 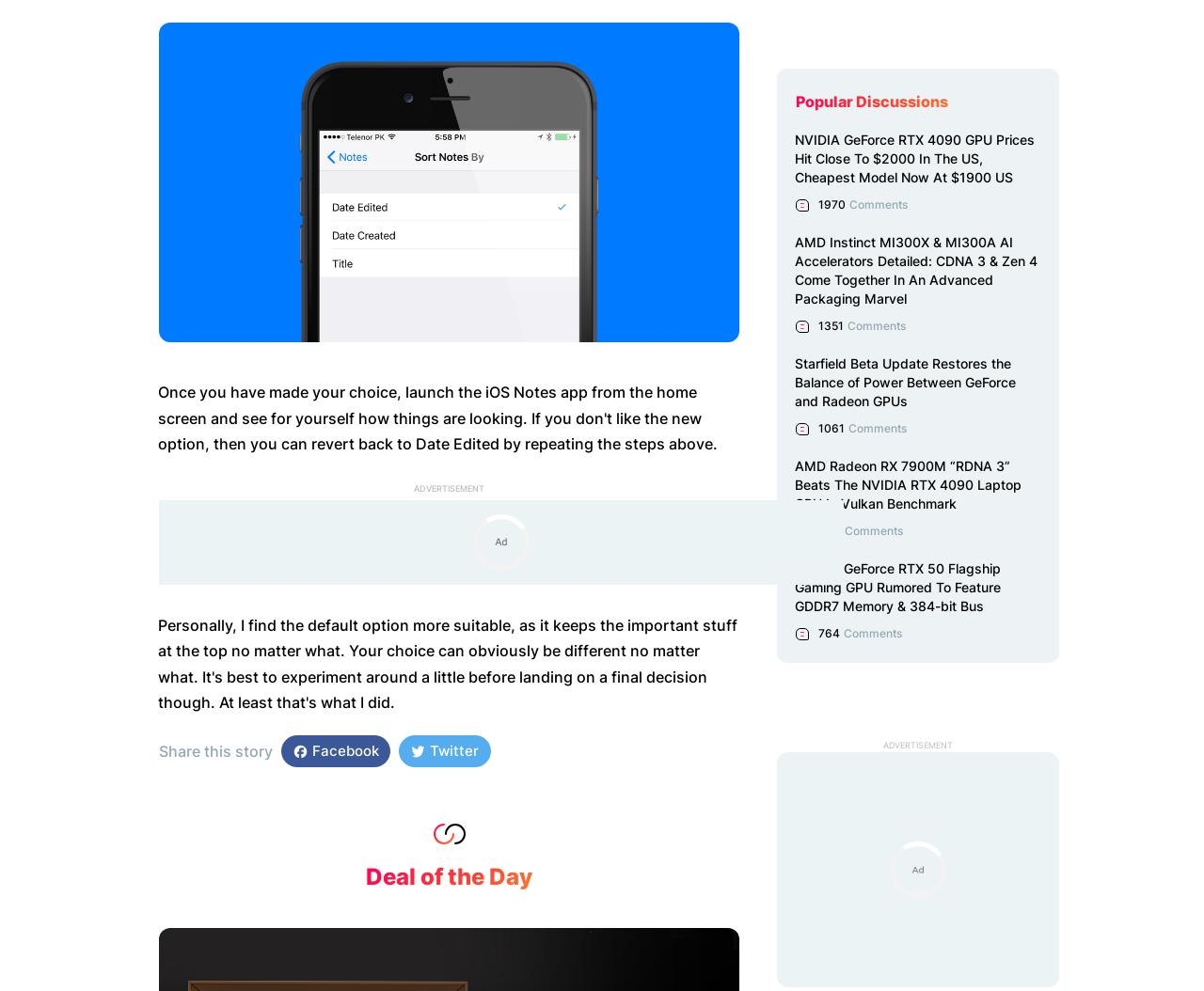 I want to click on 'Deal of the Day', so click(x=448, y=874).